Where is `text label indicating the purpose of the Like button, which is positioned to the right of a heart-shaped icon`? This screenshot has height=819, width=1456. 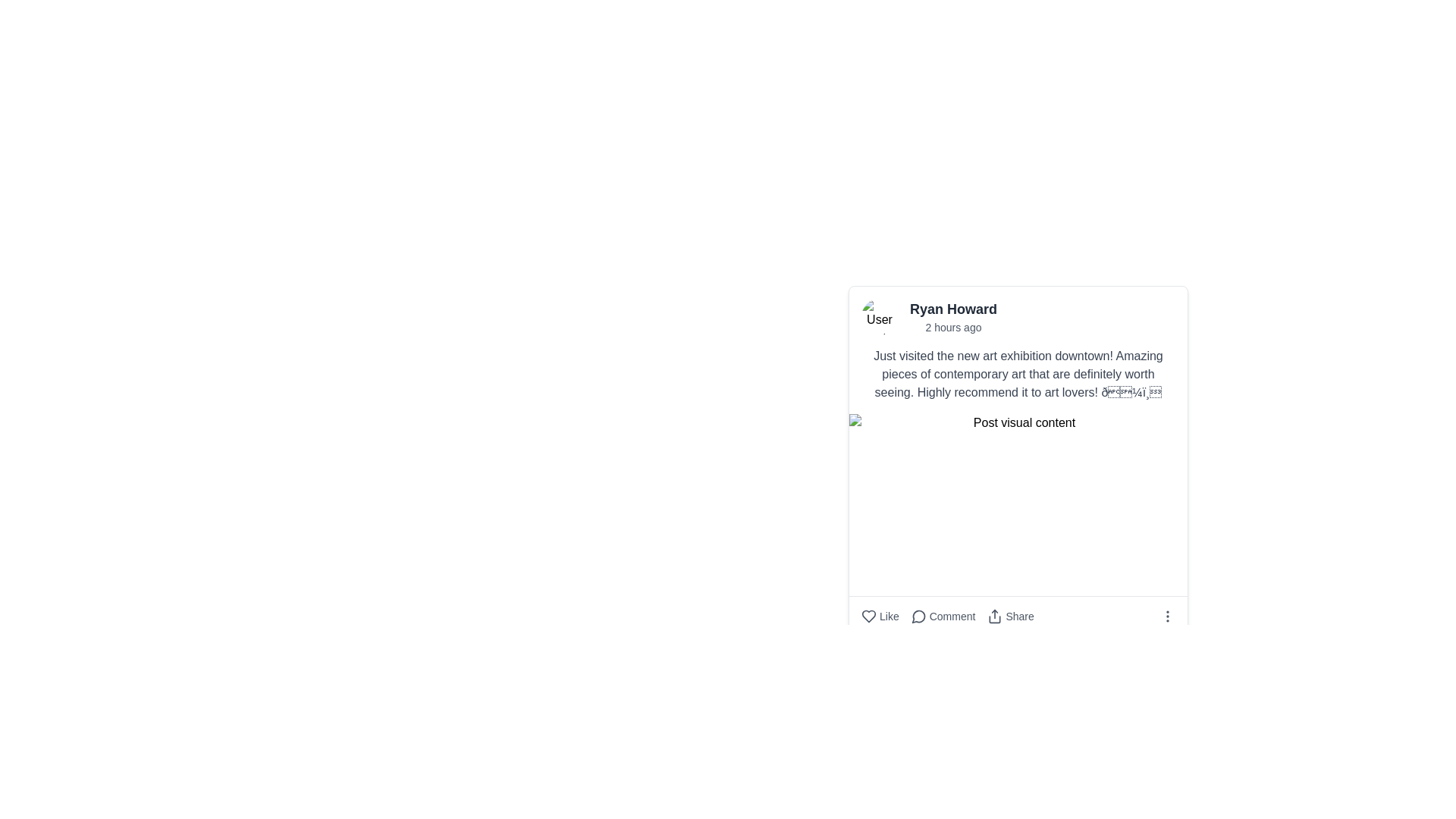 text label indicating the purpose of the Like button, which is positioned to the right of a heart-shaped icon is located at coordinates (889, 617).